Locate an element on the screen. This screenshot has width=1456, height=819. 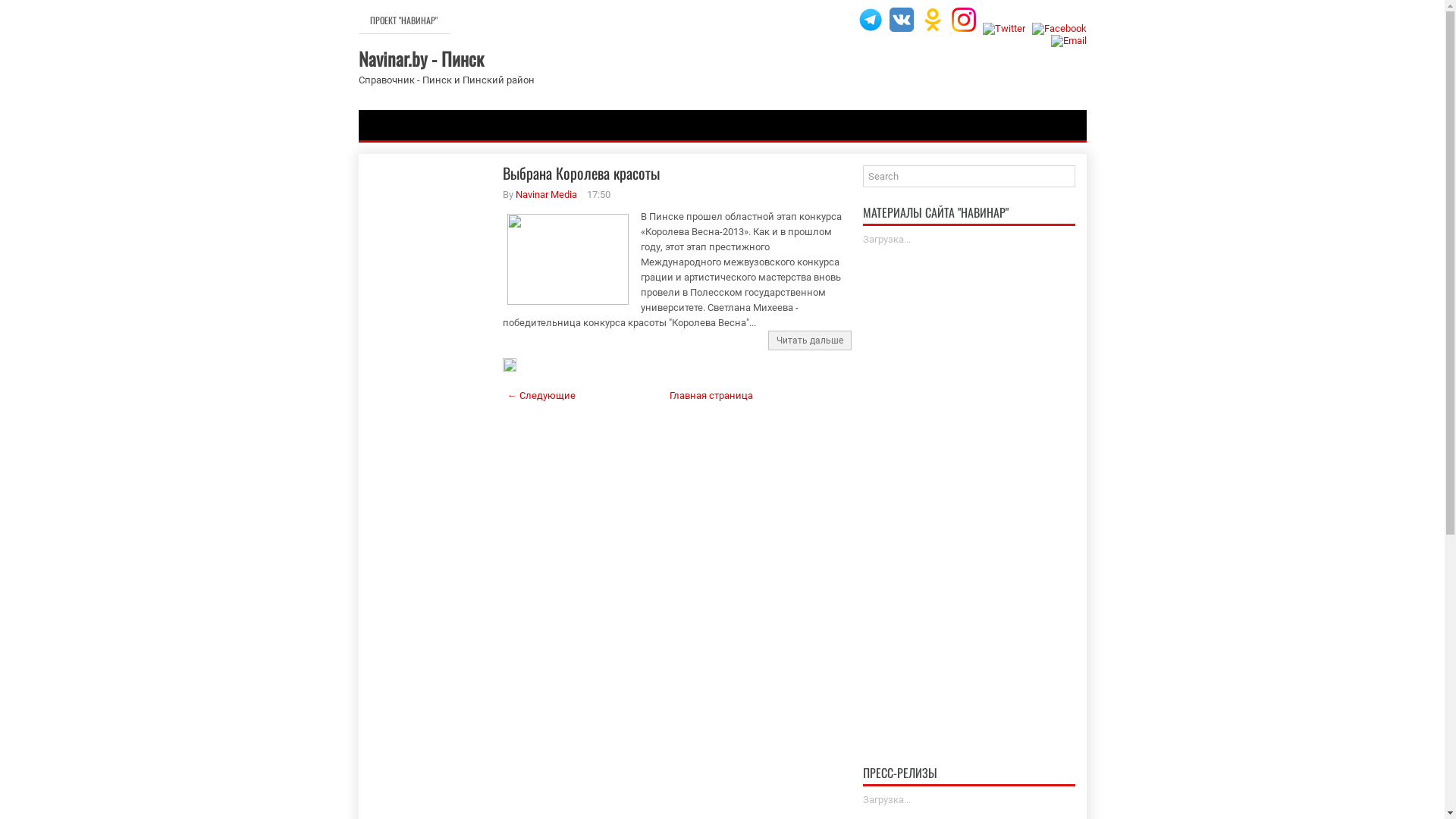
'Advertisement' is located at coordinates (968, 483).